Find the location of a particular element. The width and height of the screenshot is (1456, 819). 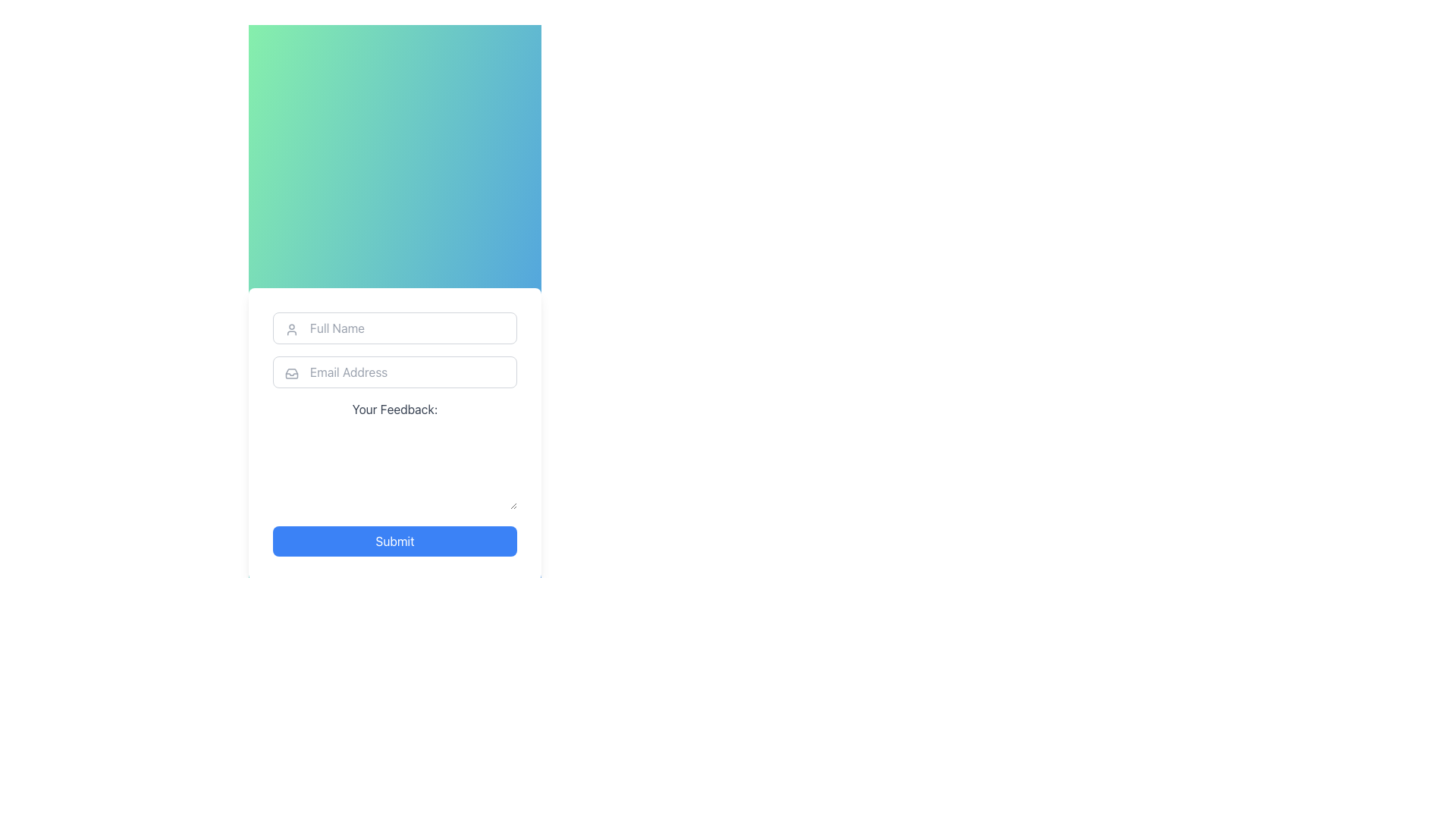

the 'Submit' button, which is a rectangular button with rounded corners, a solid blue background, and white text, located below the 'Your Feedback:' text input area is located at coordinates (395, 540).